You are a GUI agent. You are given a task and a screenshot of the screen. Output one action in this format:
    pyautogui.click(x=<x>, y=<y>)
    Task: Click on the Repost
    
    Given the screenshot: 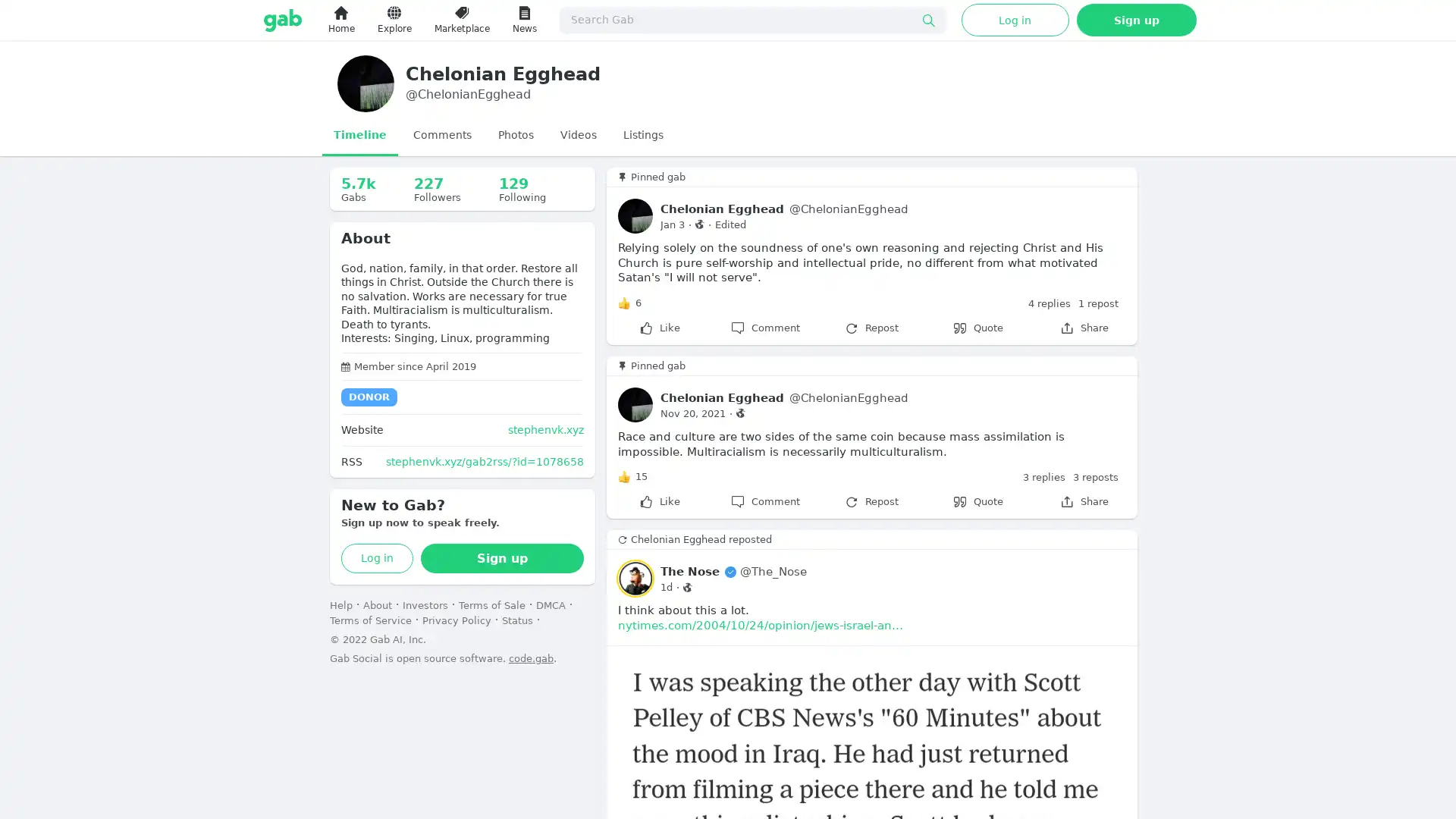 What is the action you would take?
    pyautogui.click(x=872, y=502)
    